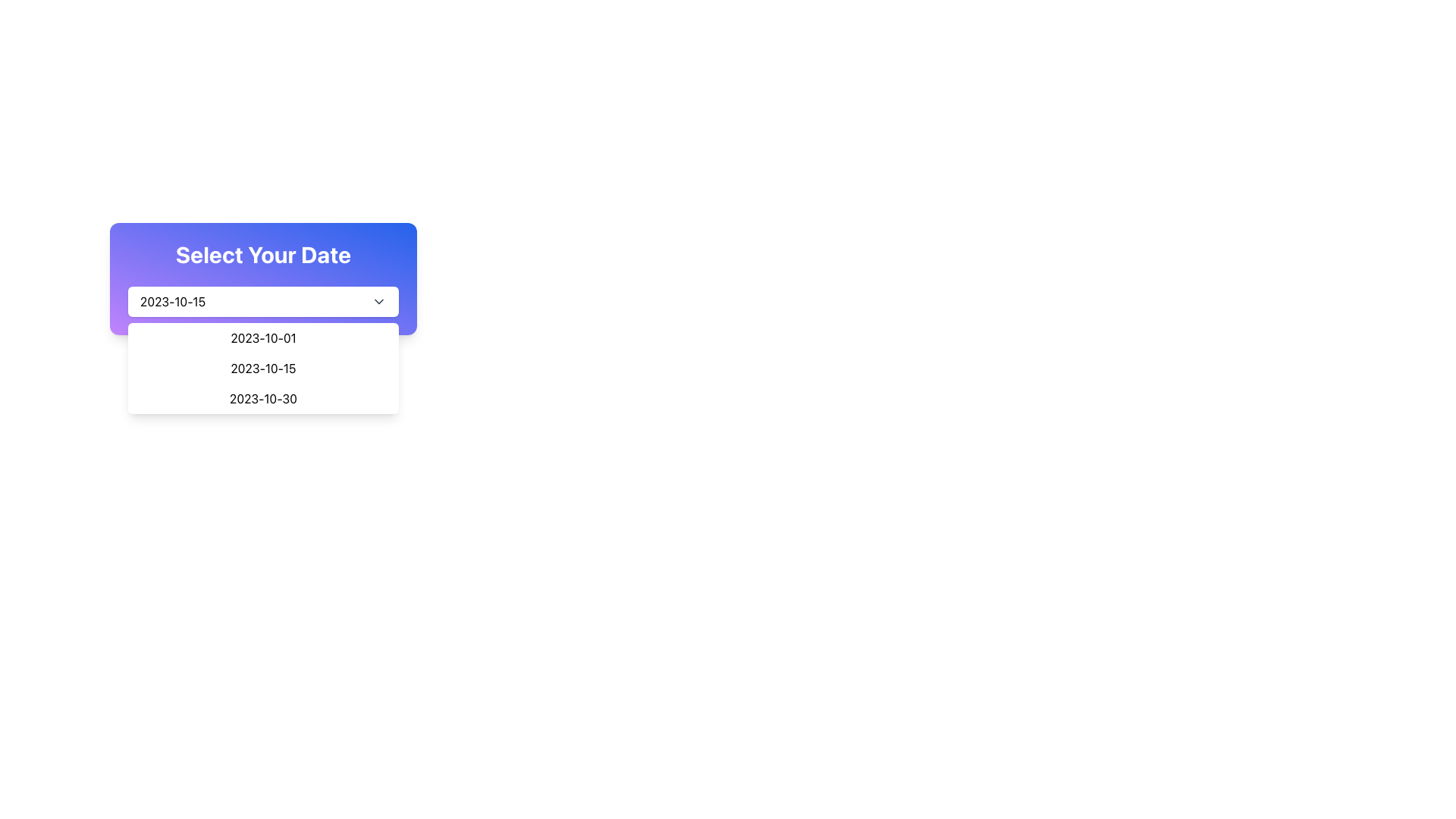 Image resolution: width=1456 pixels, height=819 pixels. What do you see at coordinates (263, 337) in the screenshot?
I see `the textual item displaying the date '2023-10-01' in the dropdown menu` at bounding box center [263, 337].